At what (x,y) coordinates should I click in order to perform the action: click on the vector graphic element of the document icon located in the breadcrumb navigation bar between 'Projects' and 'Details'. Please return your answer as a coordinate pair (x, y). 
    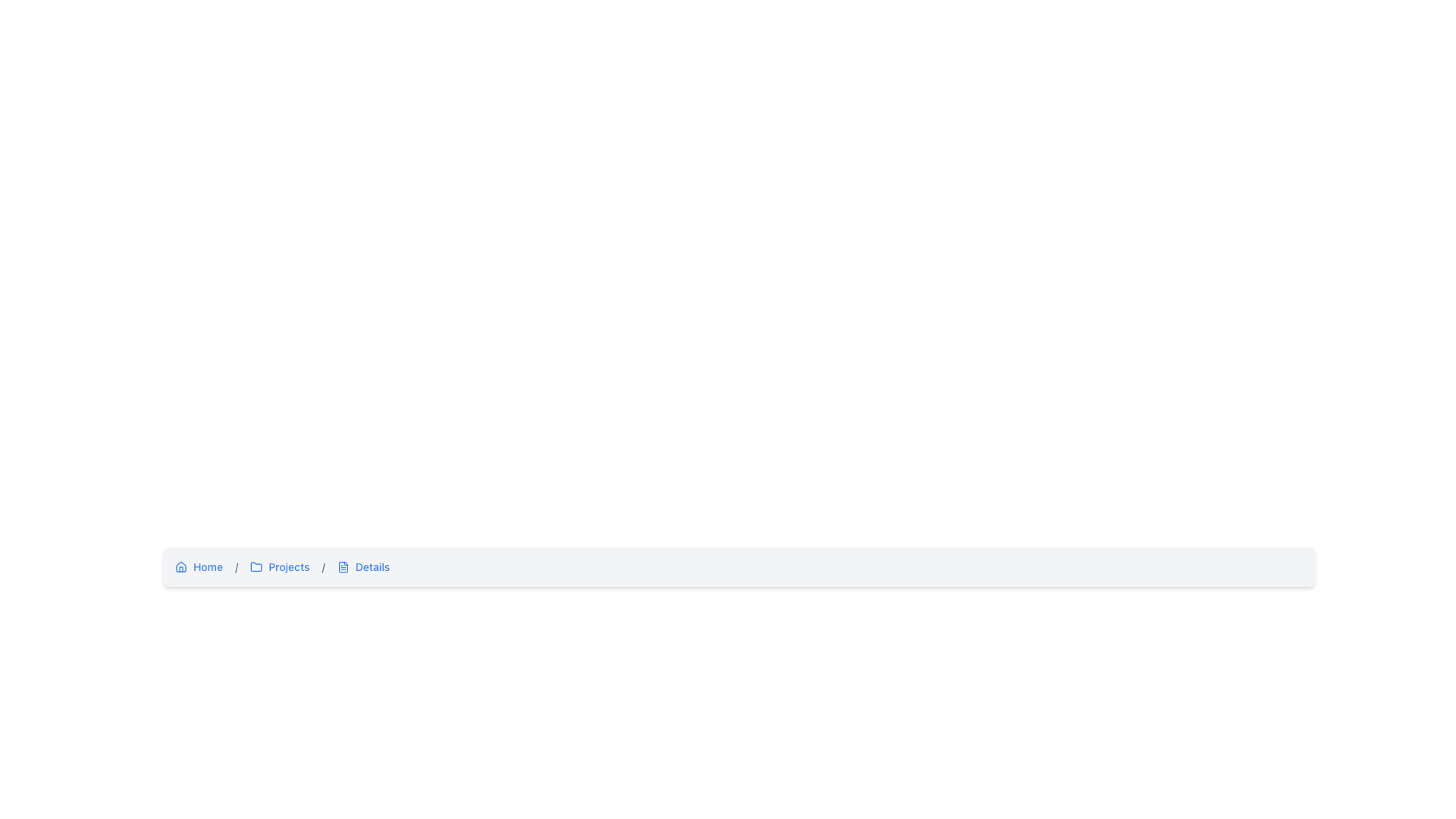
    Looking at the image, I should click on (342, 567).